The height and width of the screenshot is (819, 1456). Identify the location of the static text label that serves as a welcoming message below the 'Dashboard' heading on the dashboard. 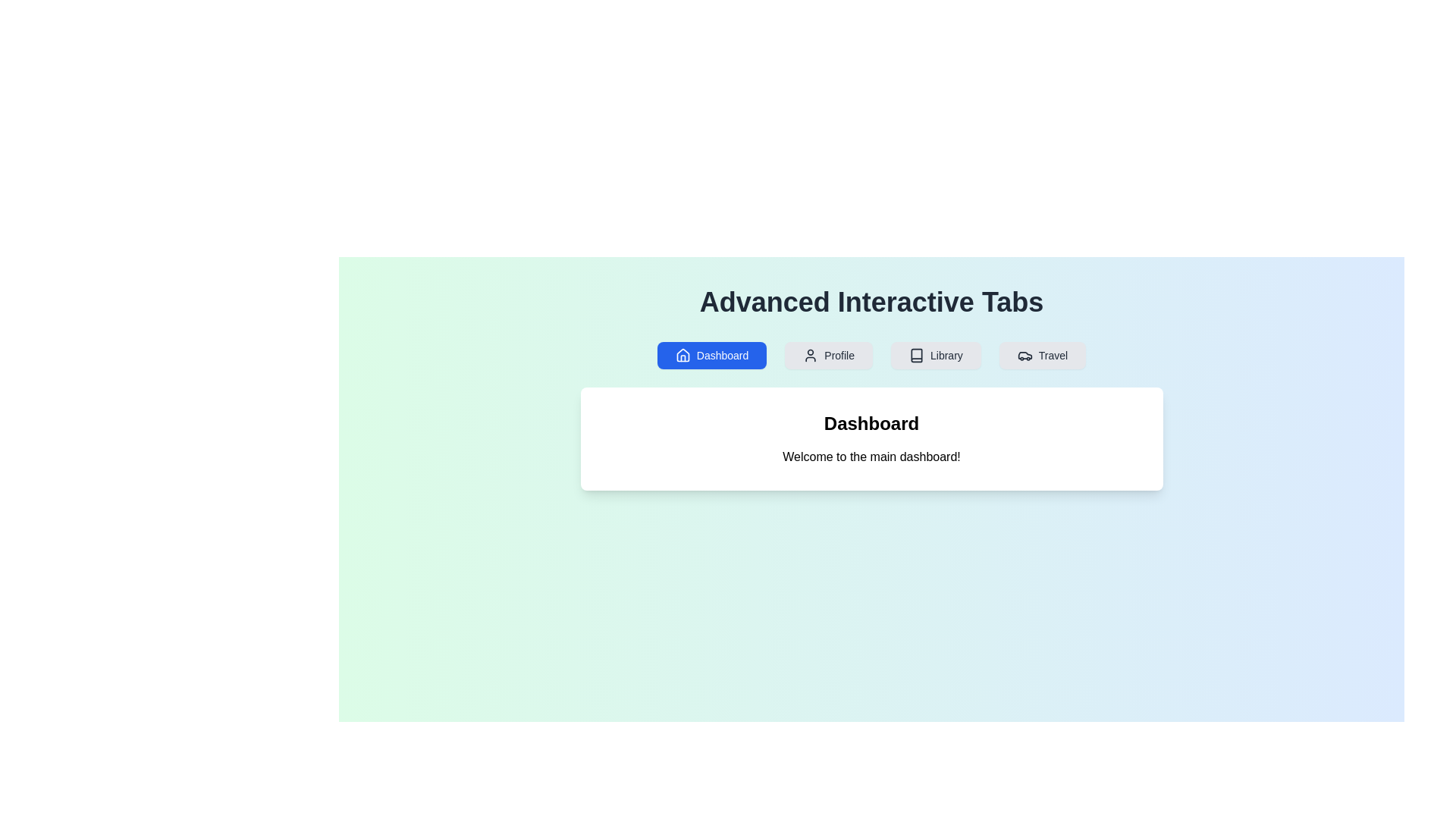
(871, 456).